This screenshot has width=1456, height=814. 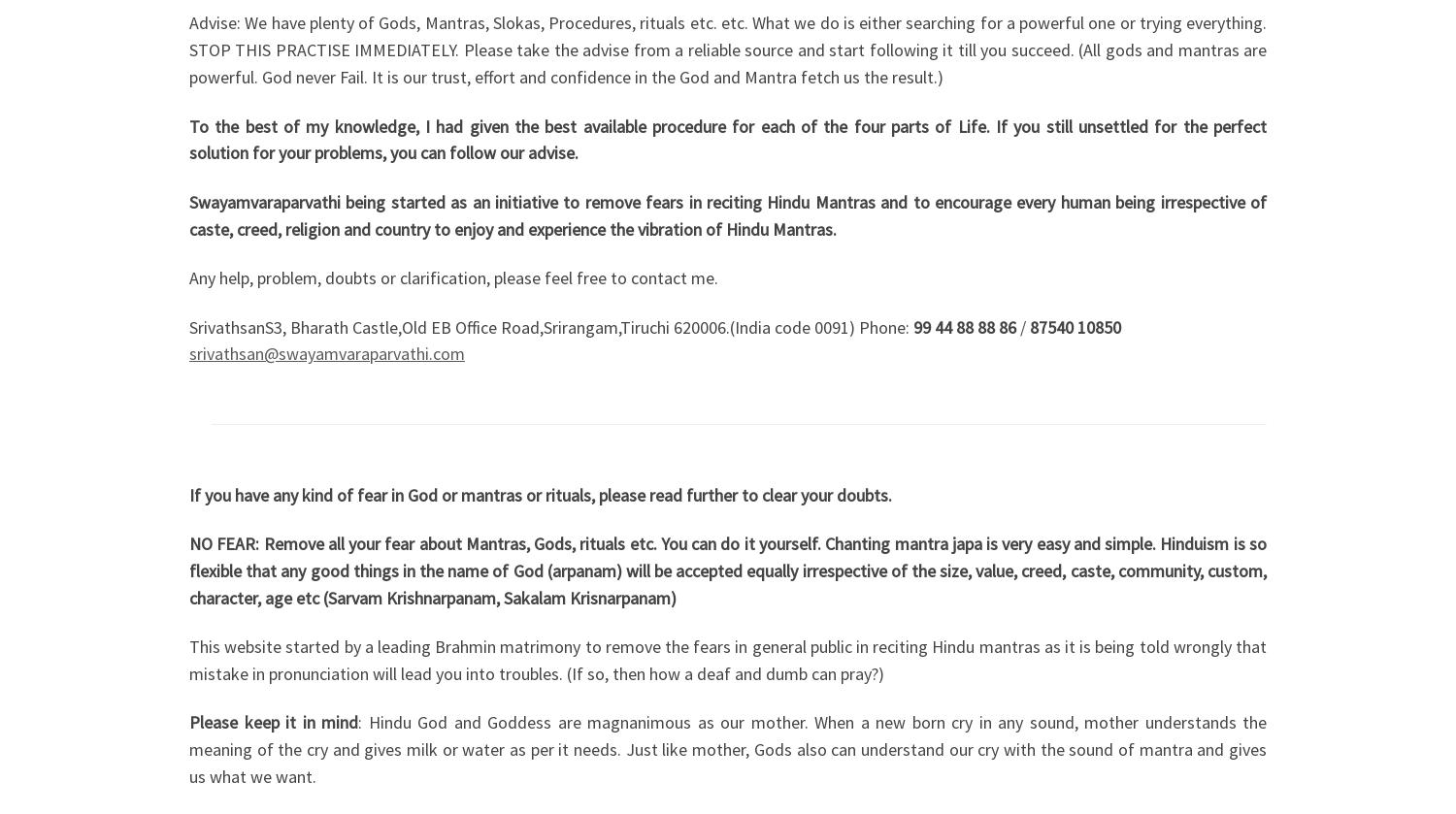 I want to click on '99 44 88 88 86', so click(x=964, y=326).